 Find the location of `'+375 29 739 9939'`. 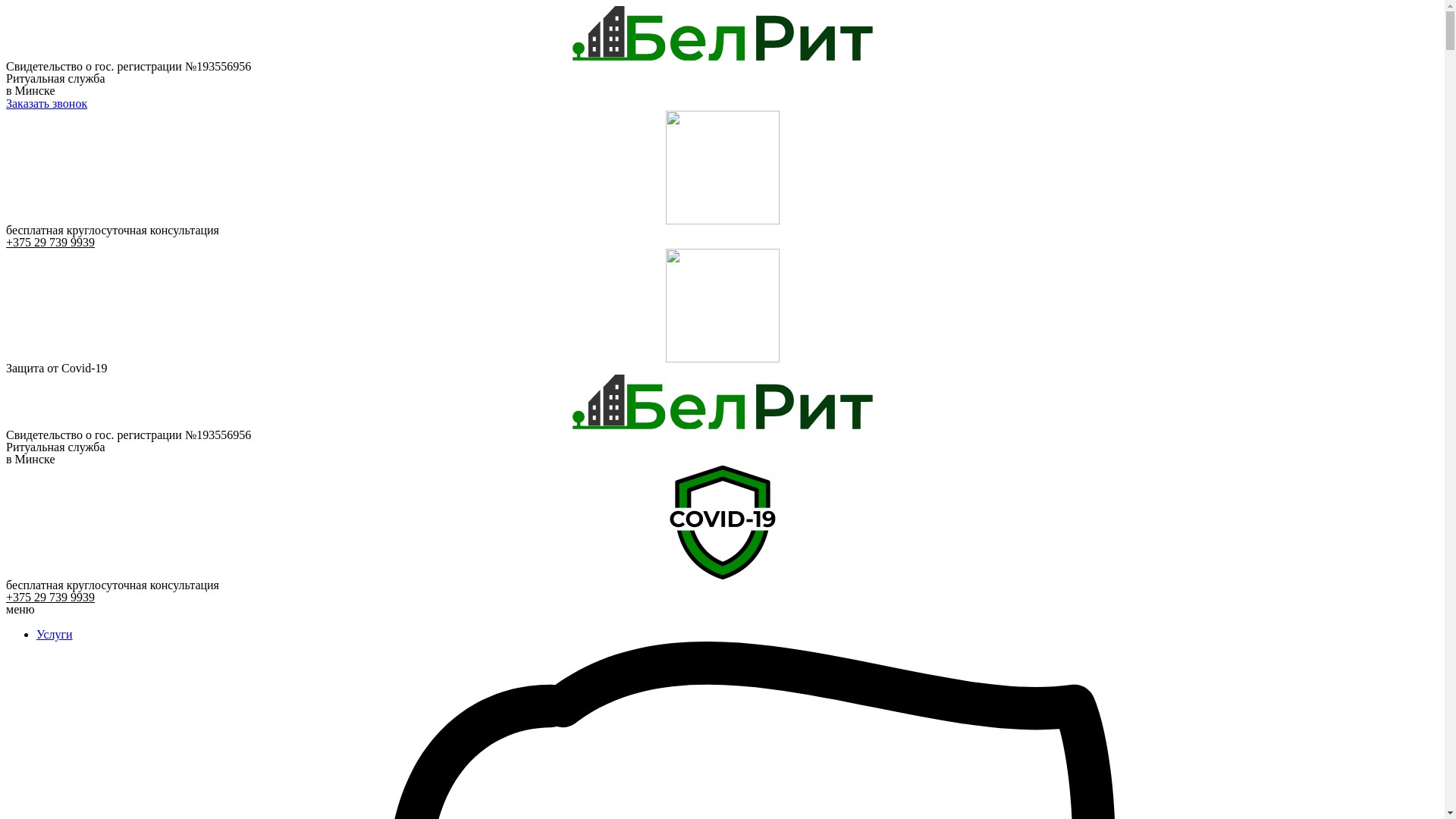

'+375 29 739 9939' is located at coordinates (50, 241).